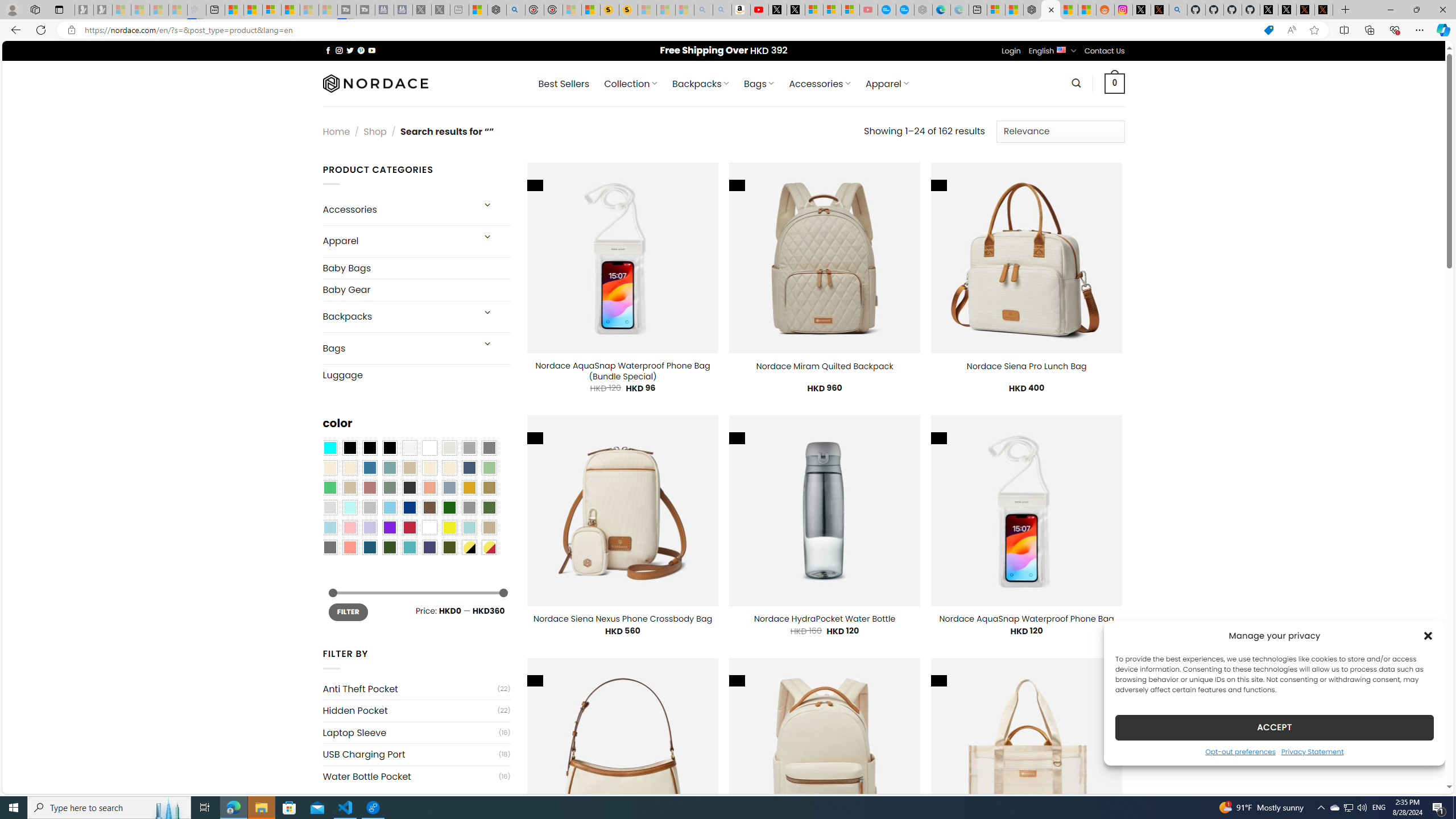  I want to click on 'Follow on YouTube', so click(371, 50).